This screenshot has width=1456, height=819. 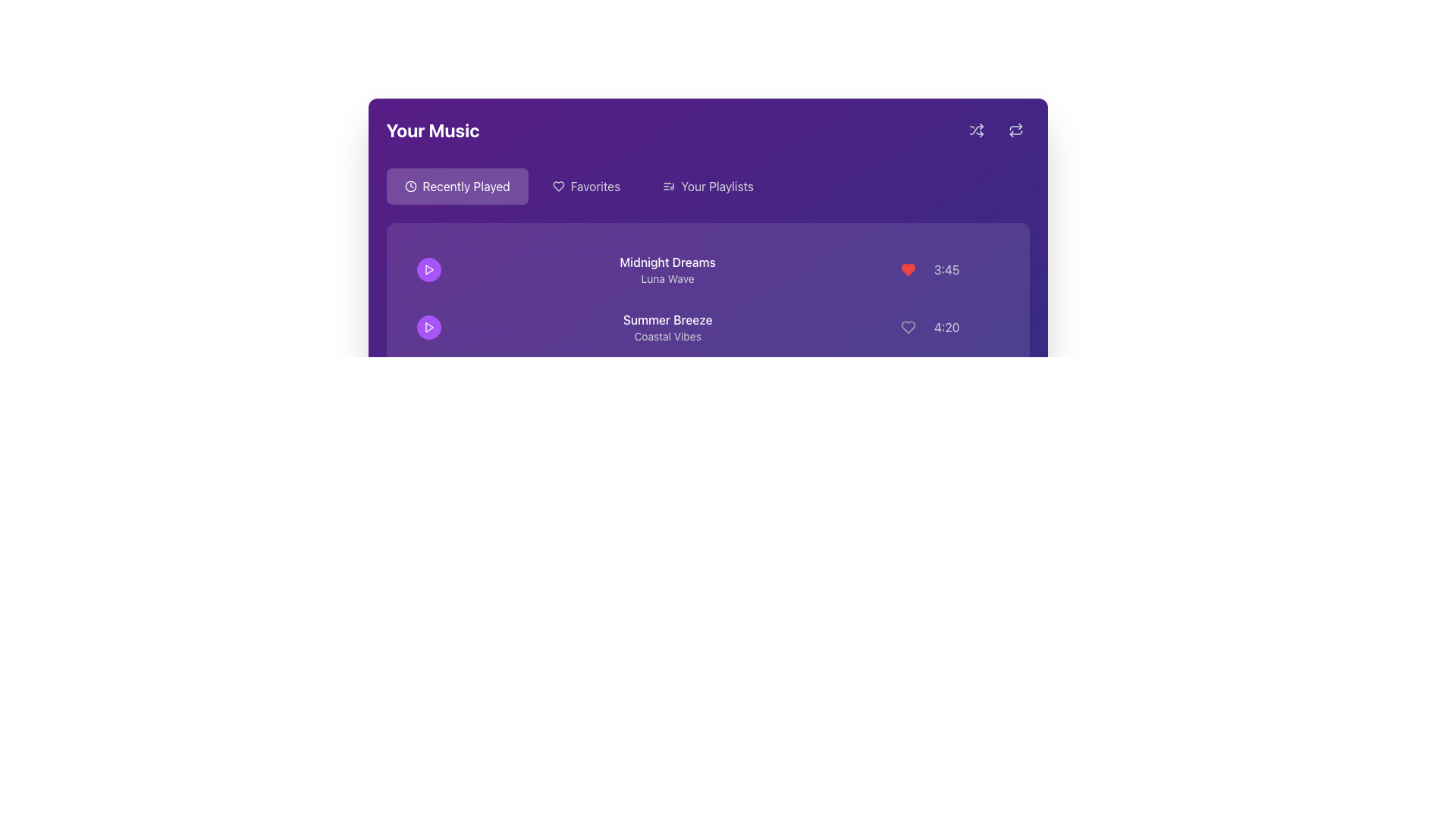 What do you see at coordinates (428, 327) in the screenshot?
I see `the play button for the audio track labeled 'Summer Breeze' featuring 'Coastal Vibes' to observe the hover effect` at bounding box center [428, 327].